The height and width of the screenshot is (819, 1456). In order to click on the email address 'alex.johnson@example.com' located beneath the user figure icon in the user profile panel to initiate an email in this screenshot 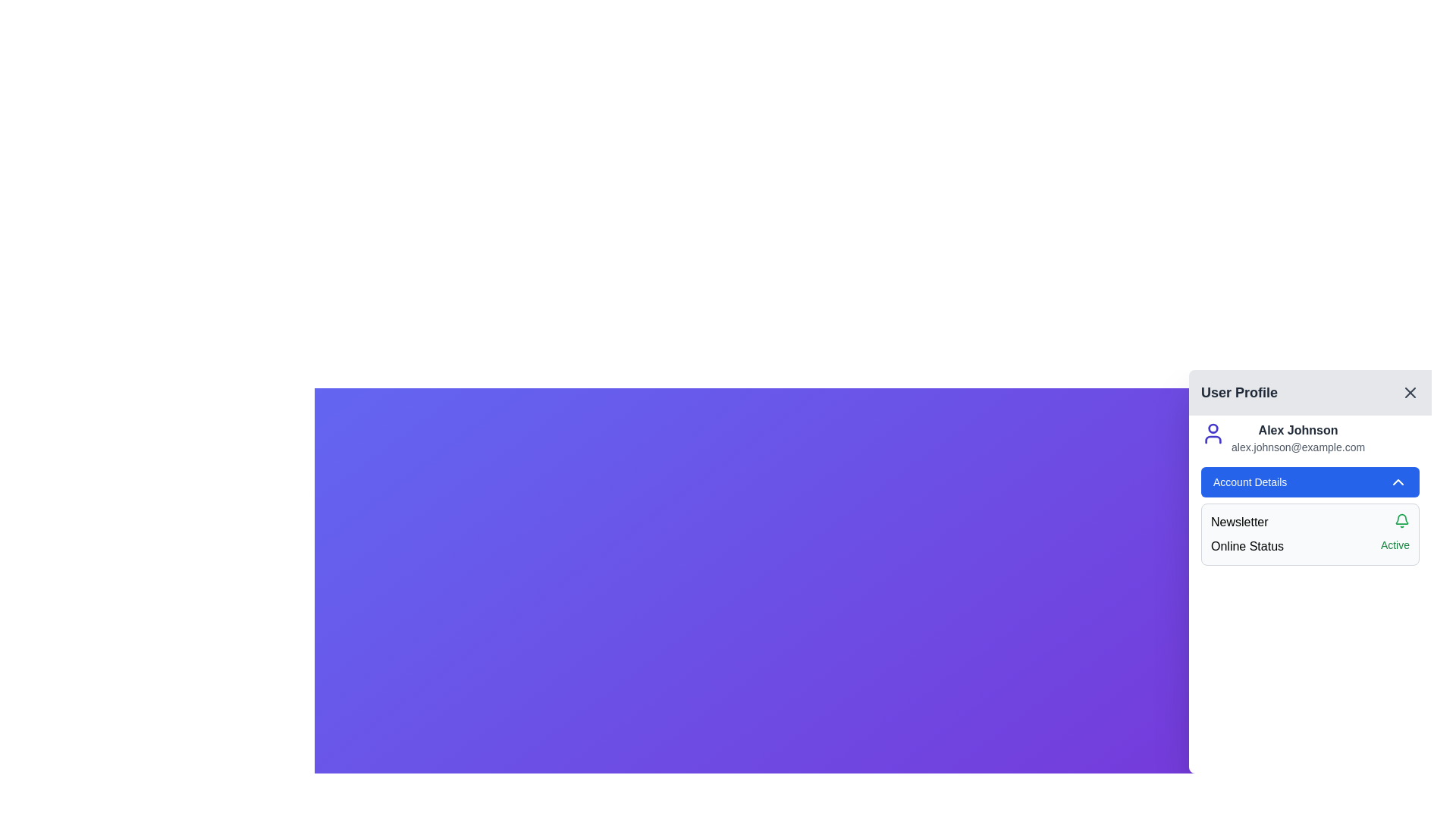, I will do `click(1310, 438)`.